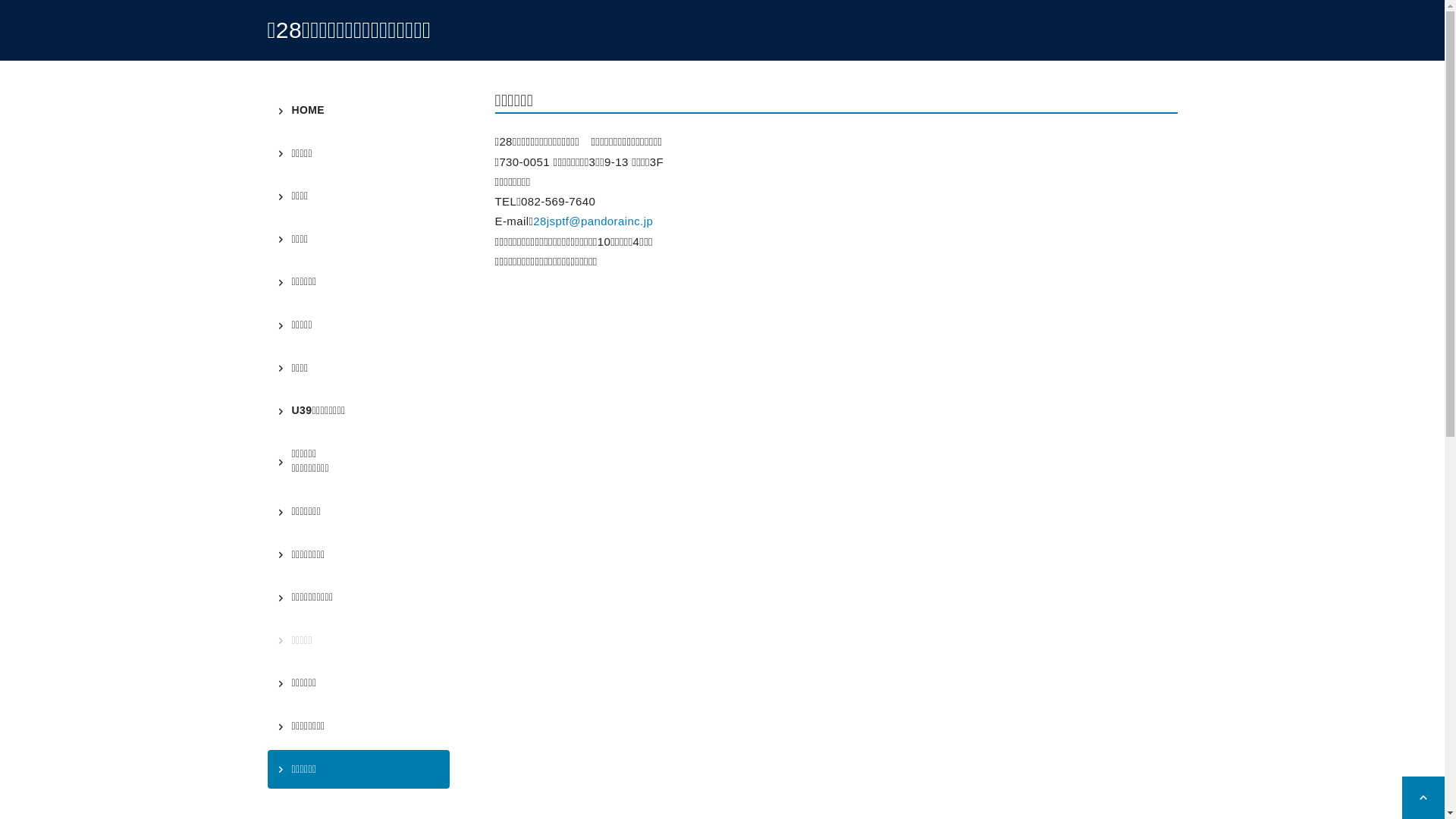  Describe the element at coordinates (356, 110) in the screenshot. I see `'HOME'` at that location.